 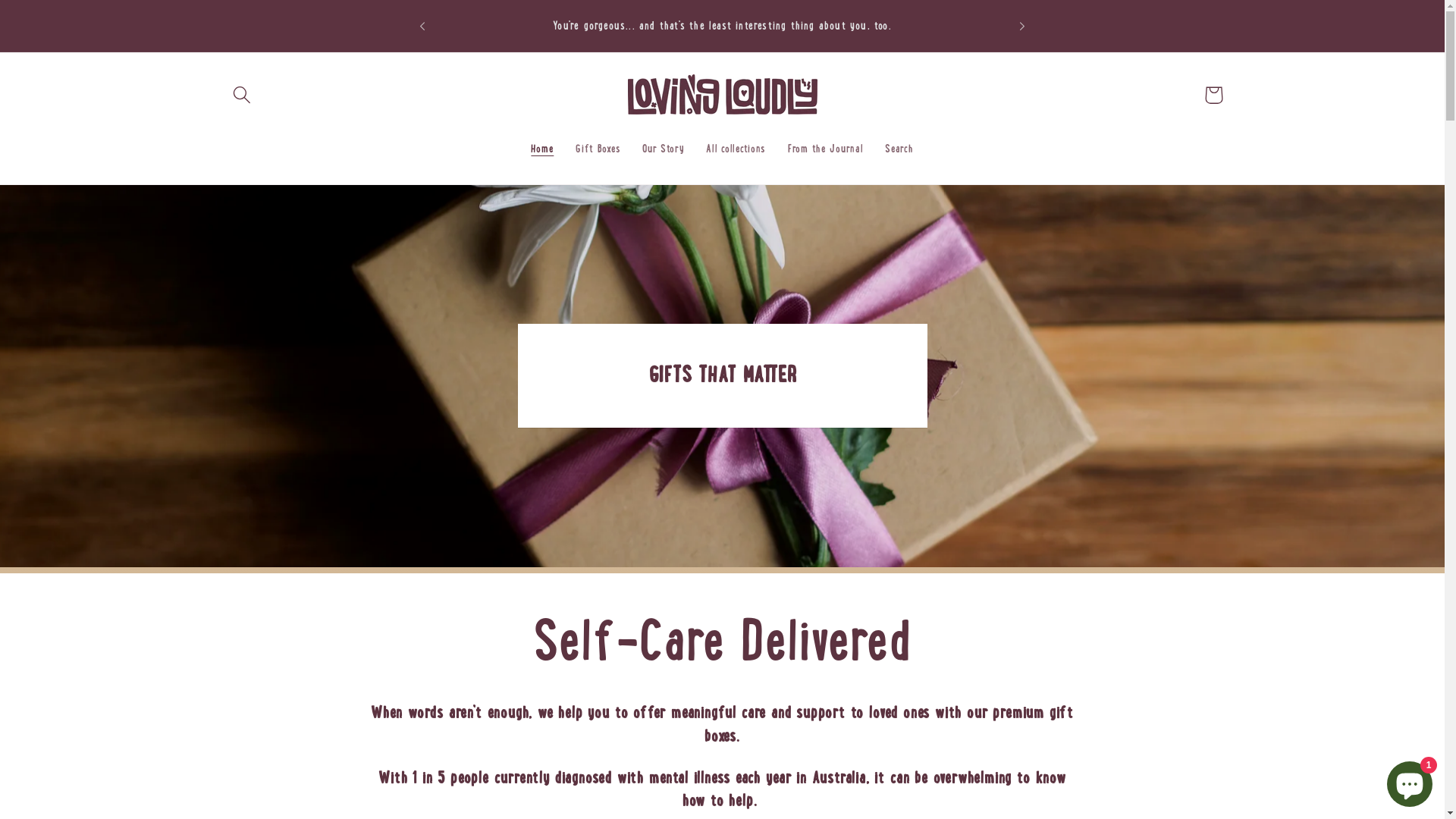 What do you see at coordinates (542, 149) in the screenshot?
I see `'Home'` at bounding box center [542, 149].